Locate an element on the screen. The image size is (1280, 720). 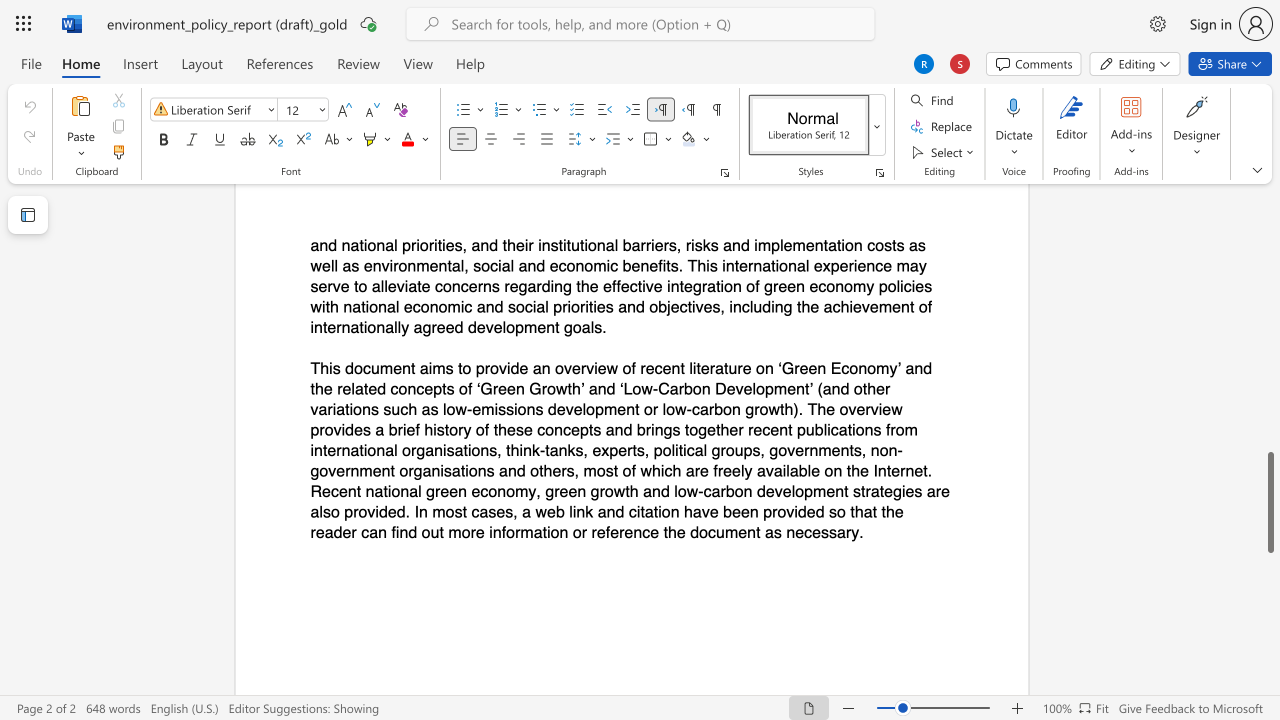
the scrollbar on the side is located at coordinates (1269, 380).